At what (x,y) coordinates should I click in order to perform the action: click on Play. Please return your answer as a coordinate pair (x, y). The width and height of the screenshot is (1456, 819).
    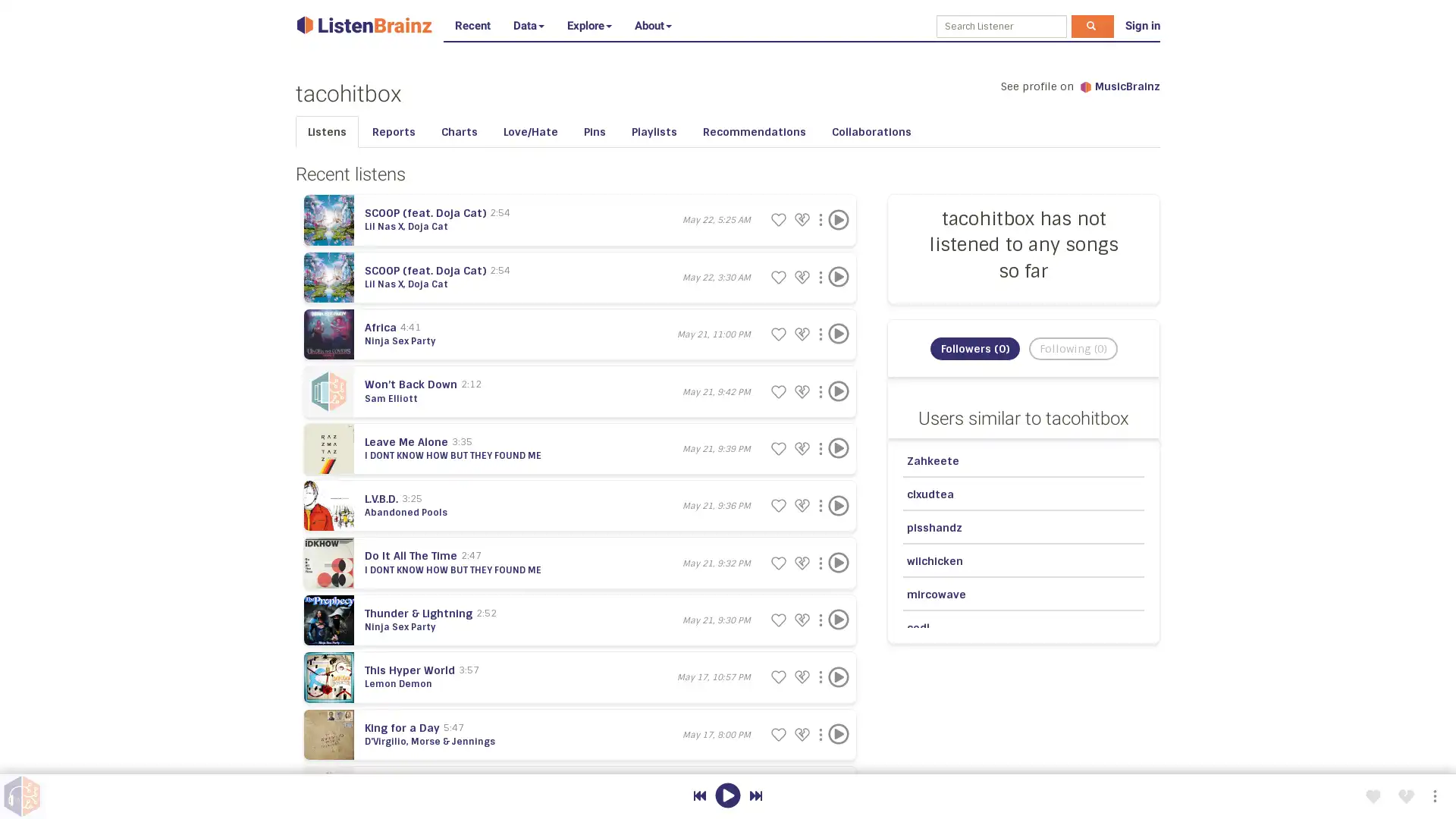
    Looking at the image, I should click on (837, 391).